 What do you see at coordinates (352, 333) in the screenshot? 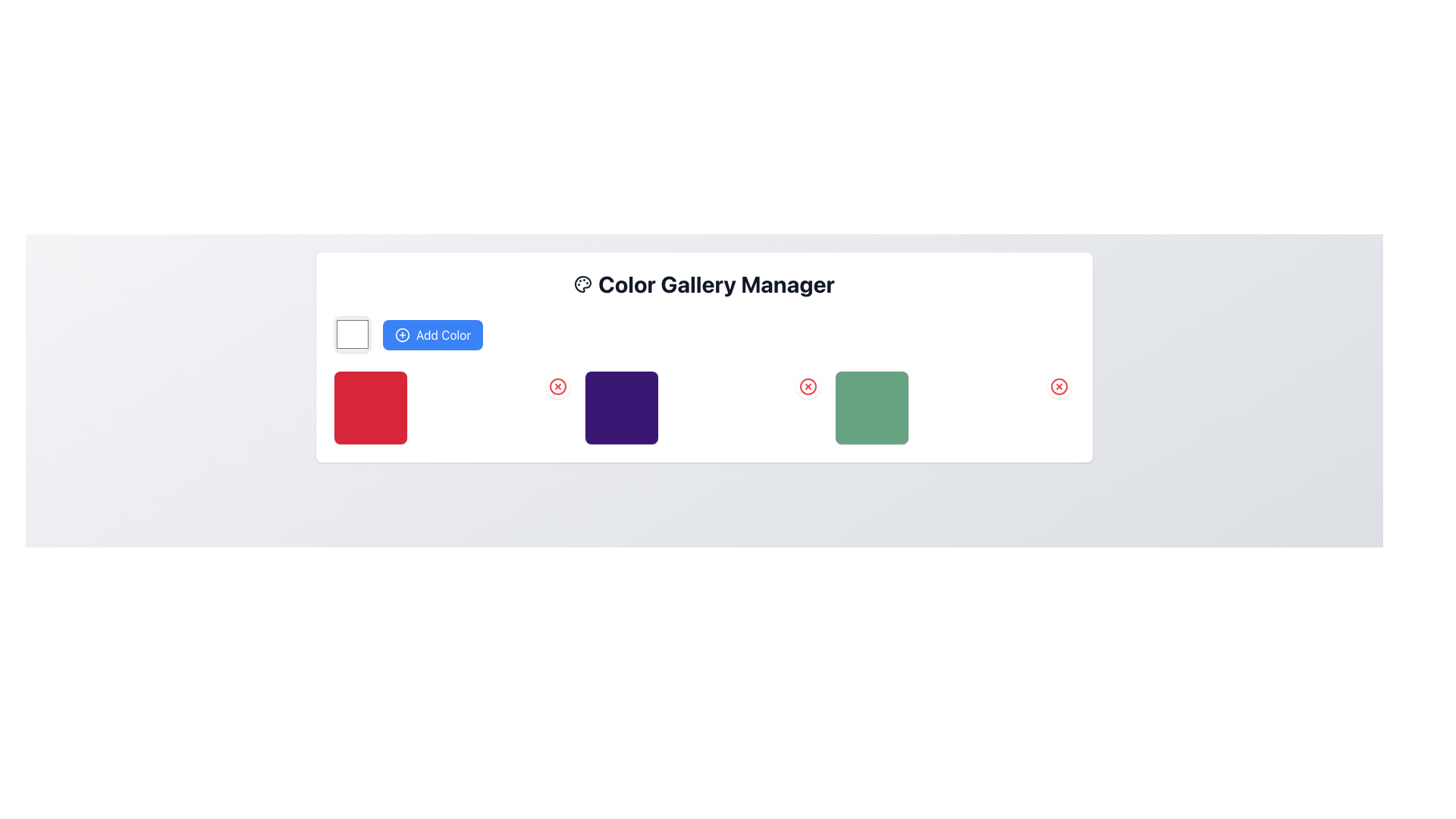
I see `the square color picker input field with rounded corners located to the left of the blue 'Add Color' button in the 'Add Color' section` at bounding box center [352, 333].